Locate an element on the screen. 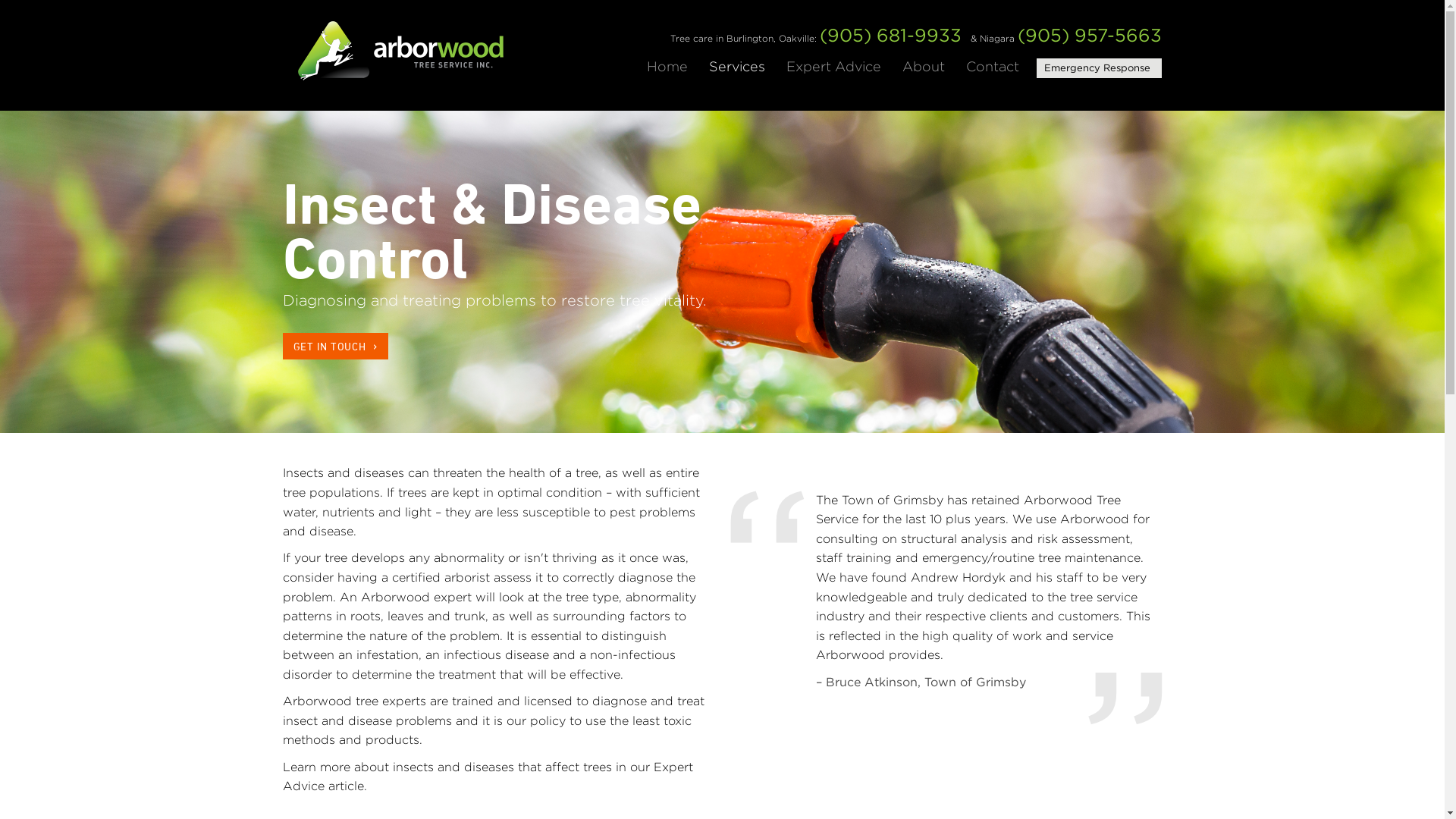 The width and height of the screenshot is (1456, 819). 'Expert Advice' is located at coordinates (786, 65).